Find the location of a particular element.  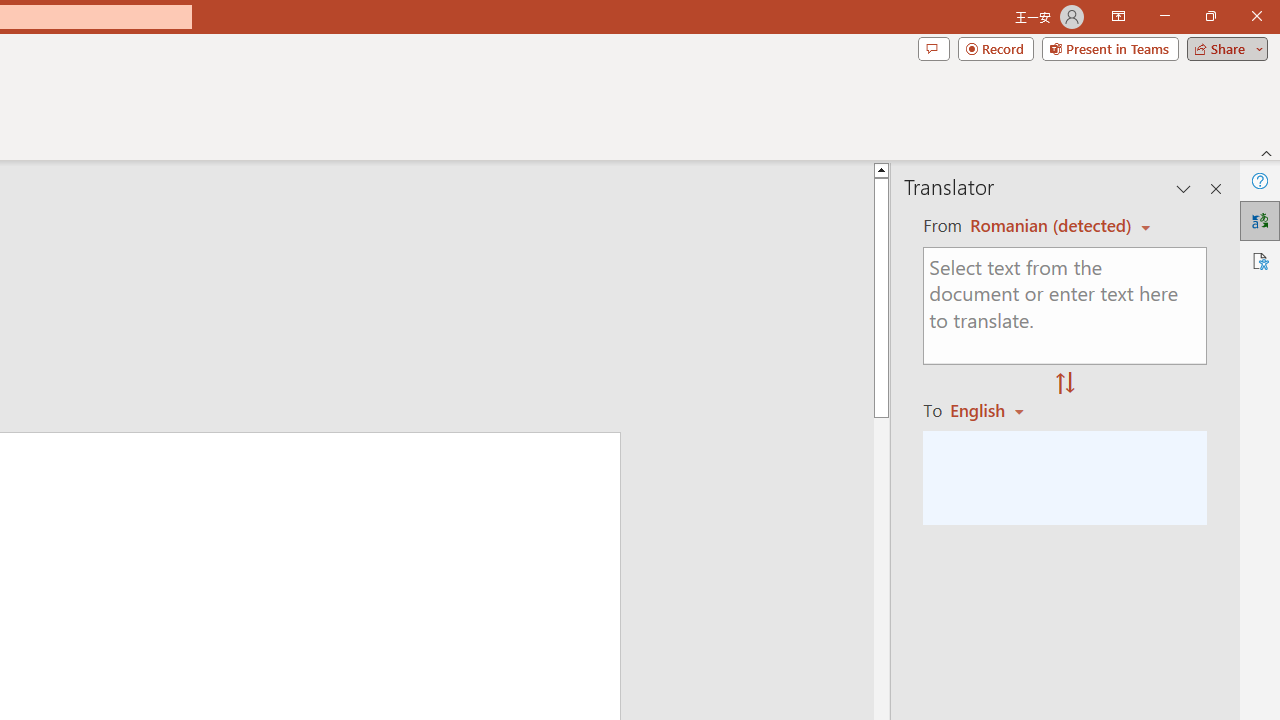

'Record' is located at coordinates (995, 47).